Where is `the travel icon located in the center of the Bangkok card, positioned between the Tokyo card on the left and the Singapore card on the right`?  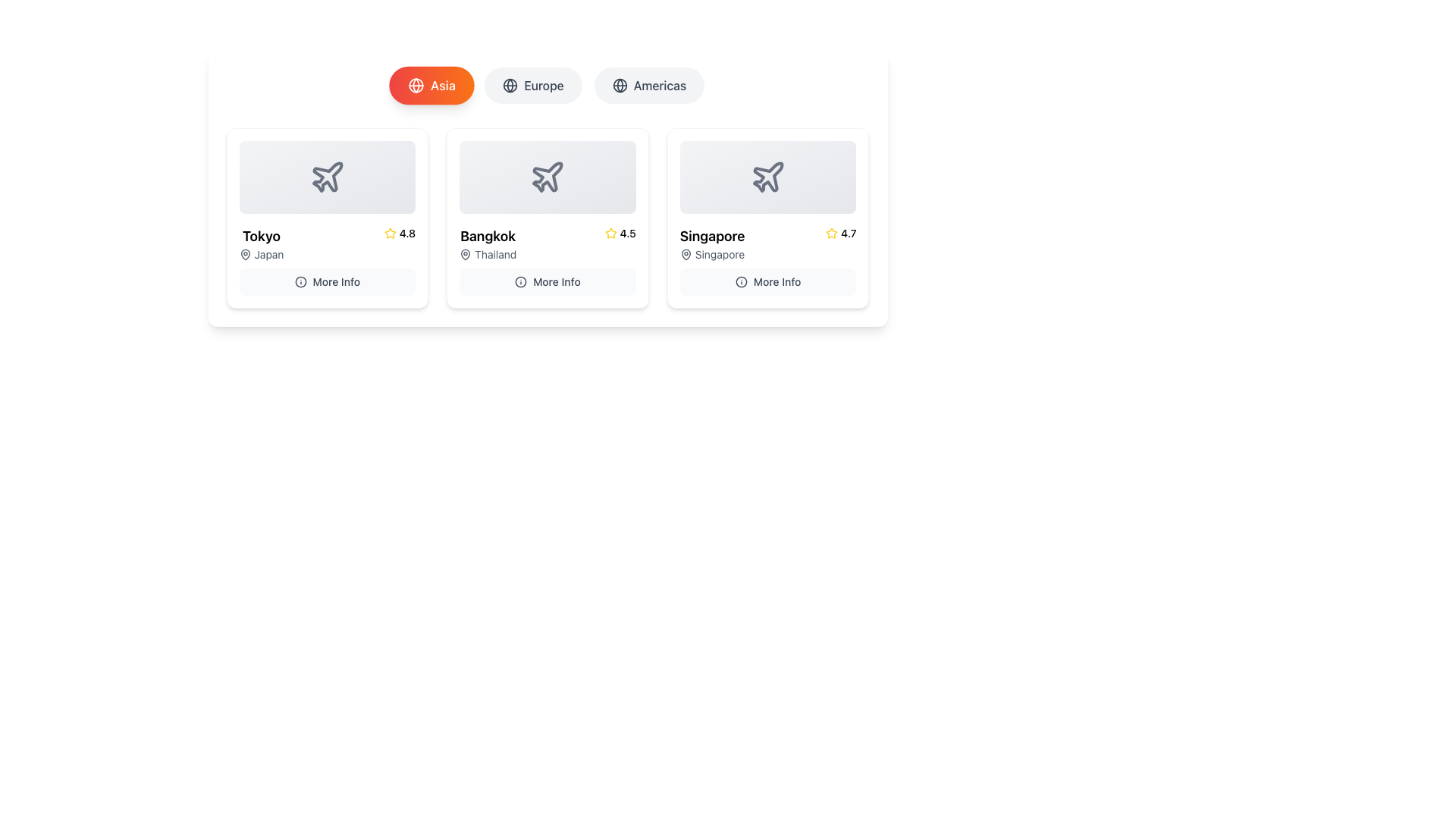 the travel icon located in the center of the Bangkok card, positioned between the Tokyo card on the left and the Singapore card on the right is located at coordinates (547, 176).